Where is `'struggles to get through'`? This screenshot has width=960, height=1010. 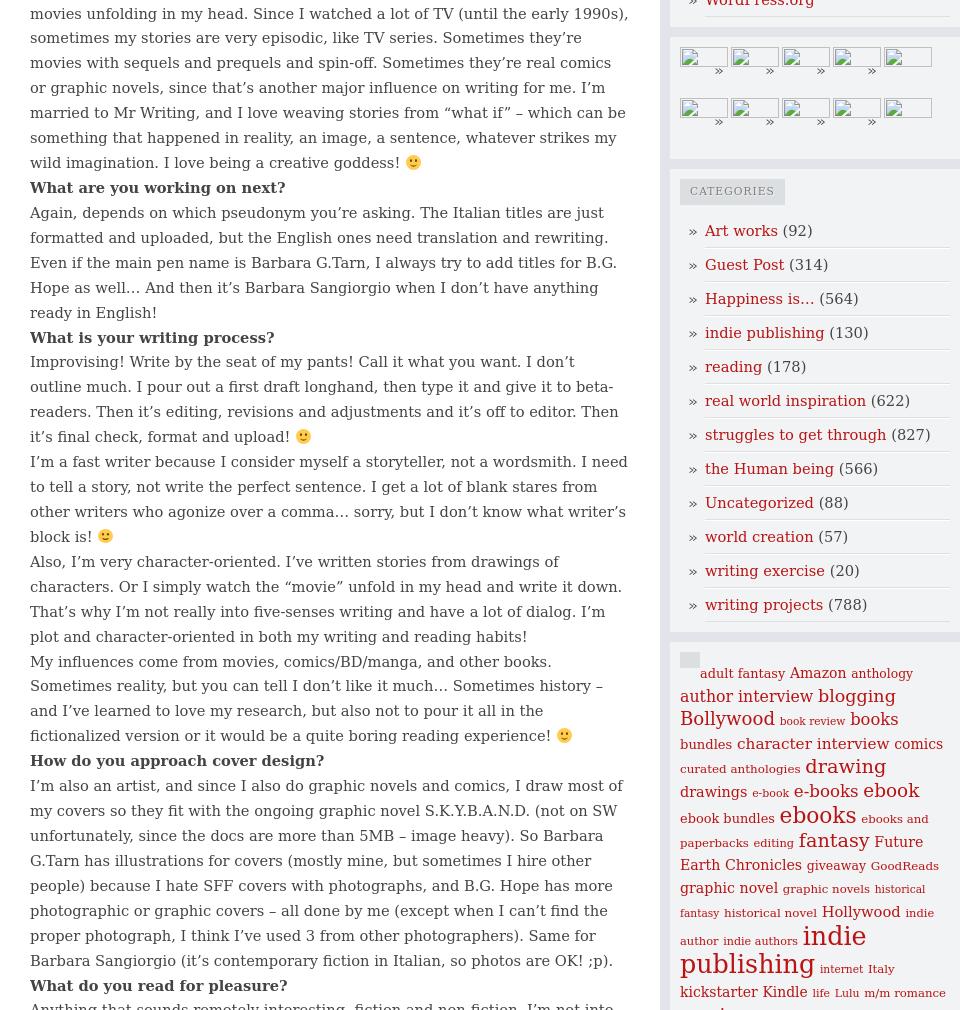 'struggles to get through' is located at coordinates (795, 434).